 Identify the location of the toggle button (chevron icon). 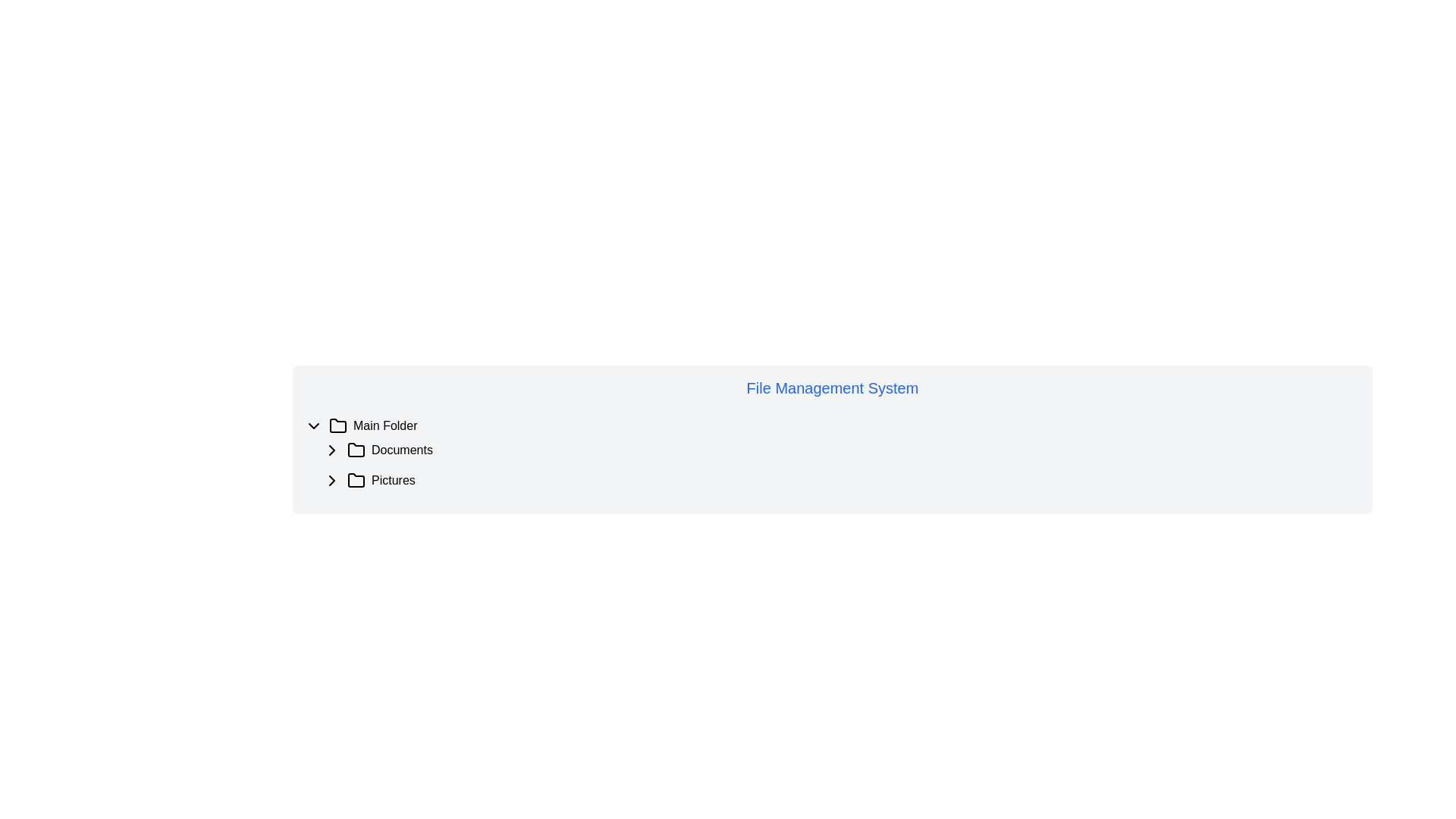
(331, 480).